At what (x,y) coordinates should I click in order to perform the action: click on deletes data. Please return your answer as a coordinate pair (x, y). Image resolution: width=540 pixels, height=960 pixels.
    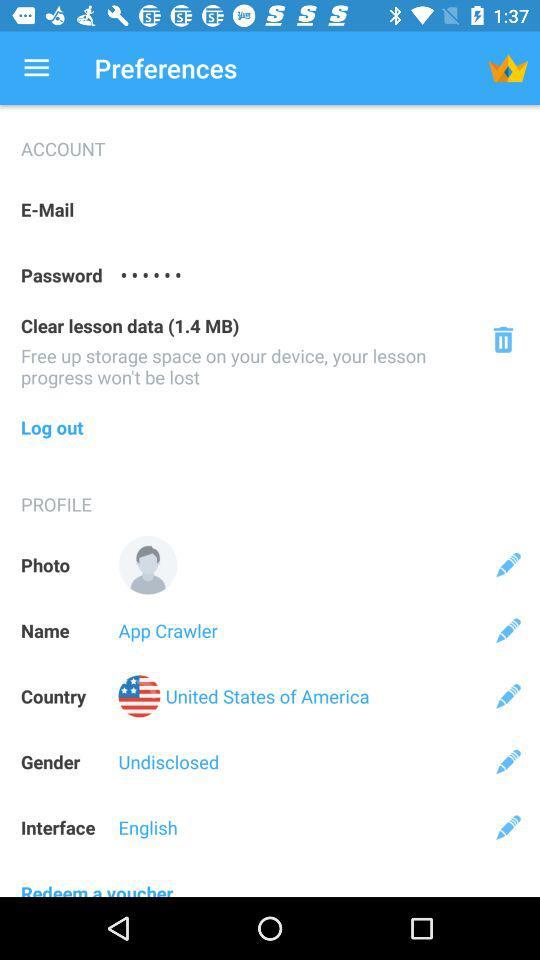
    Looking at the image, I should click on (502, 339).